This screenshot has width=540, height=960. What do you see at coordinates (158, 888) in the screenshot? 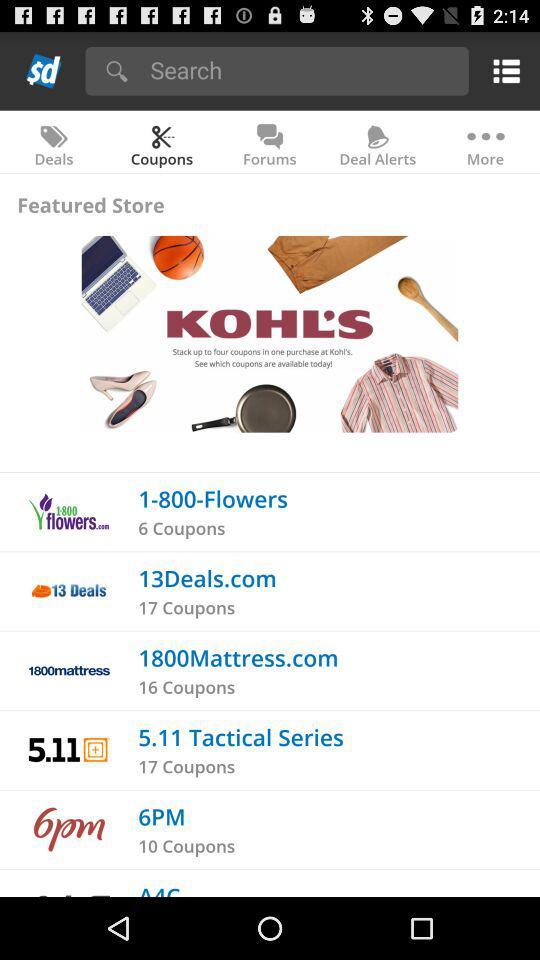
I see `the a4c` at bounding box center [158, 888].